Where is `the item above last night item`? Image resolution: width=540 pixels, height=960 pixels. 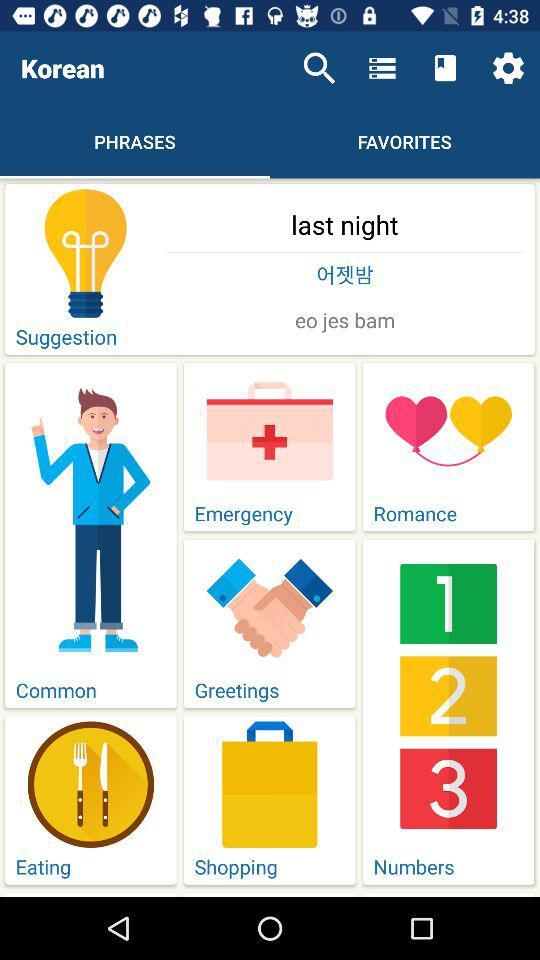
the item above last night item is located at coordinates (319, 68).